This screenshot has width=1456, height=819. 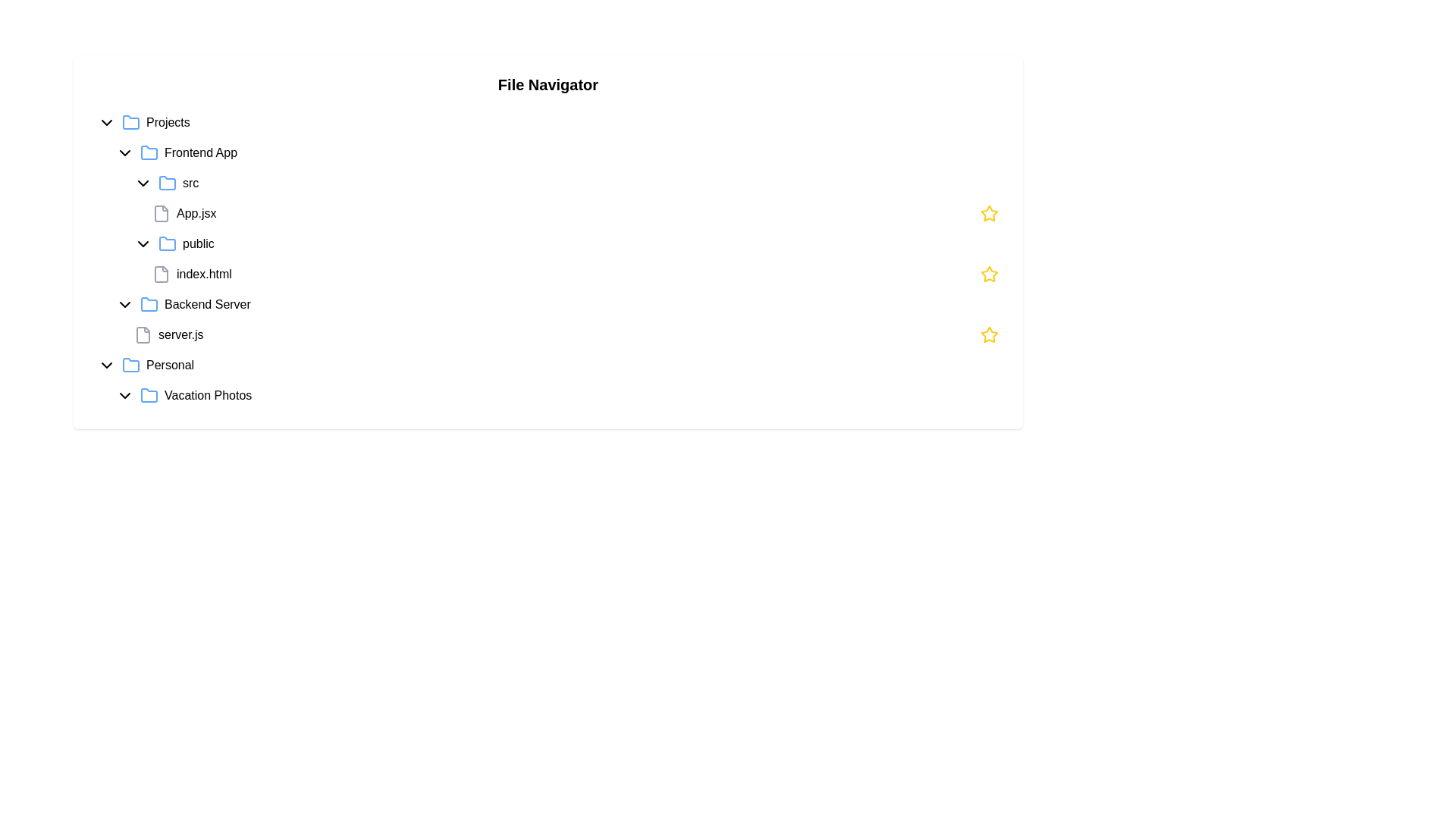 What do you see at coordinates (105, 366) in the screenshot?
I see `the UI indicator button for the 'Personal' section to potentially see visual feedback` at bounding box center [105, 366].